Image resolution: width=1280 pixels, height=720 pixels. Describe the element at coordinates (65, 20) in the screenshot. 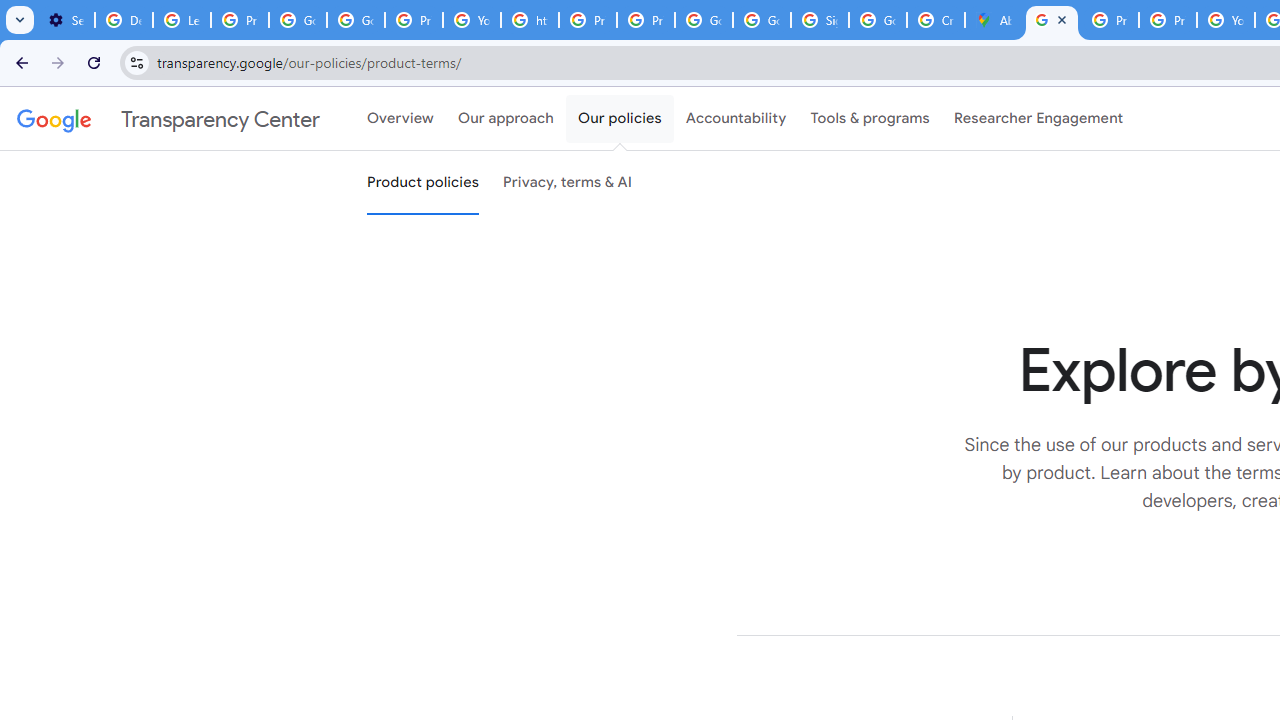

I see `'Settings - On startup'` at that location.